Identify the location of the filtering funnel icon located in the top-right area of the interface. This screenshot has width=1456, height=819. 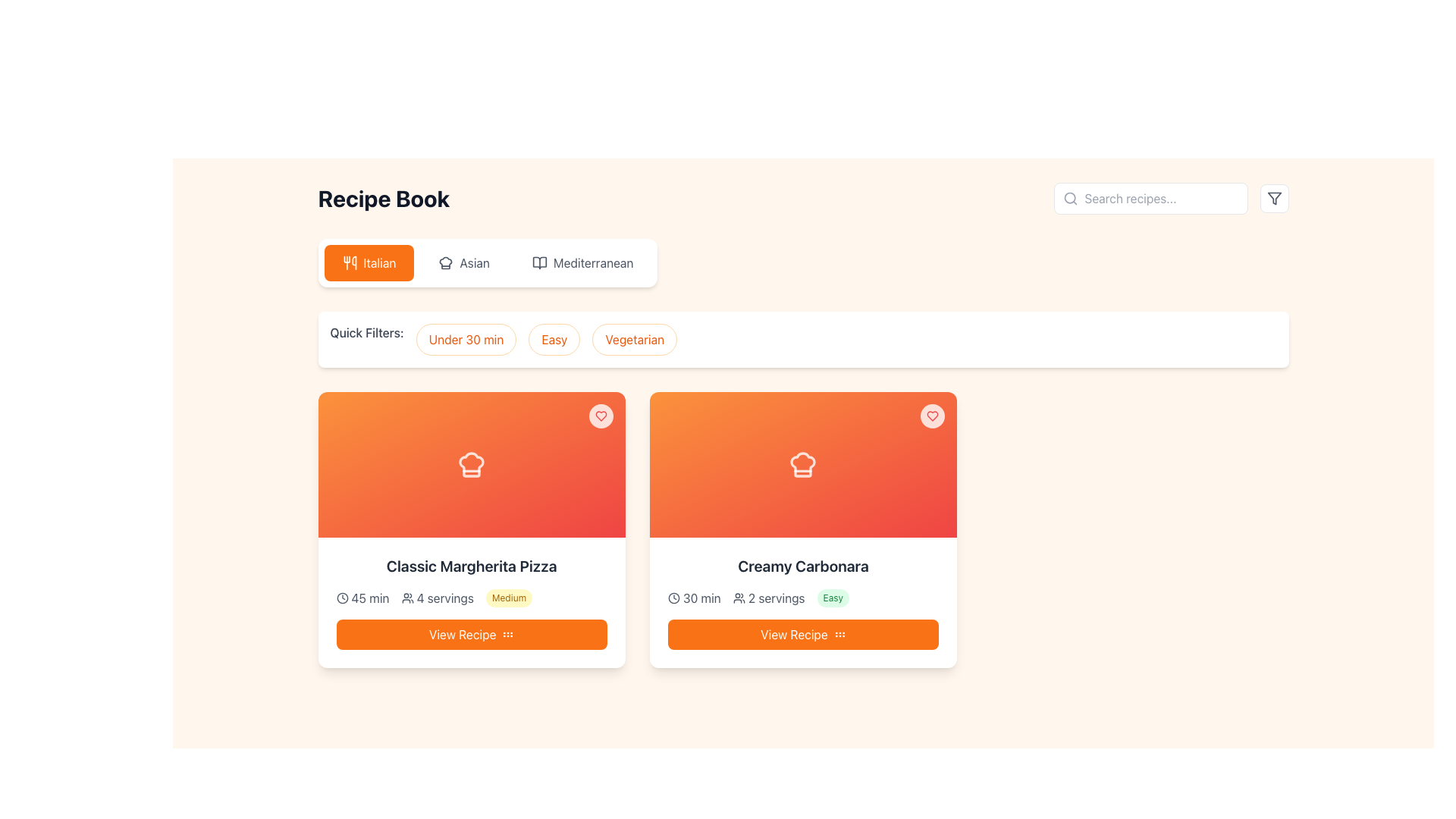
(1274, 198).